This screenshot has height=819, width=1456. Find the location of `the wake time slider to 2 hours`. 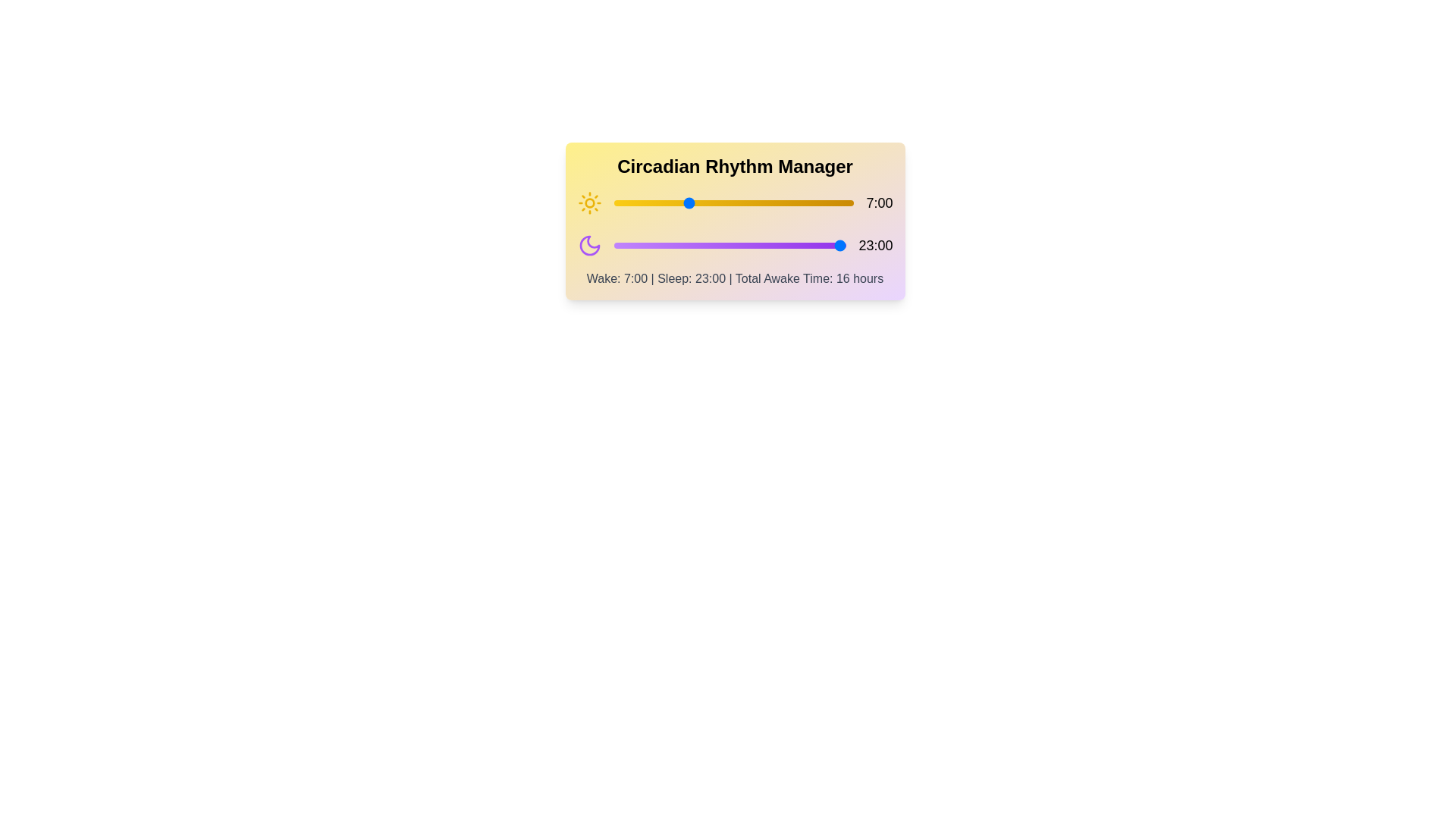

the wake time slider to 2 hours is located at coordinates (635, 202).